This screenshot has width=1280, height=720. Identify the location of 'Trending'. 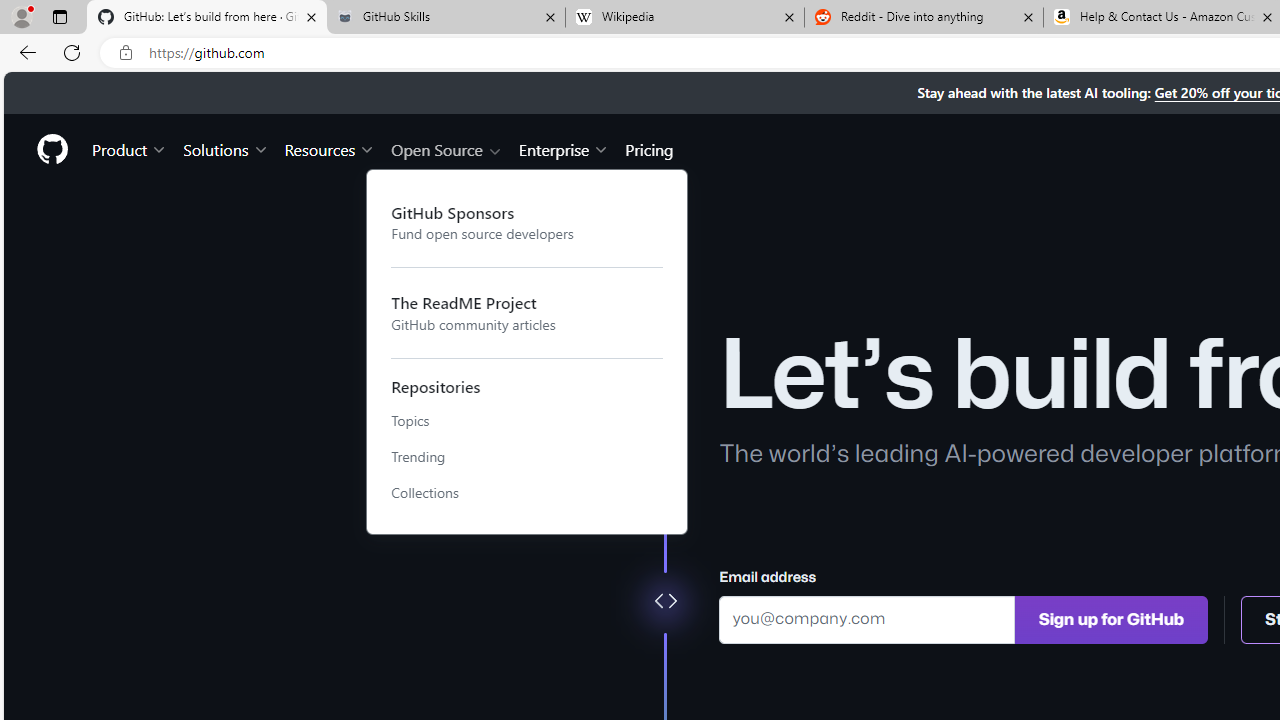
(527, 457).